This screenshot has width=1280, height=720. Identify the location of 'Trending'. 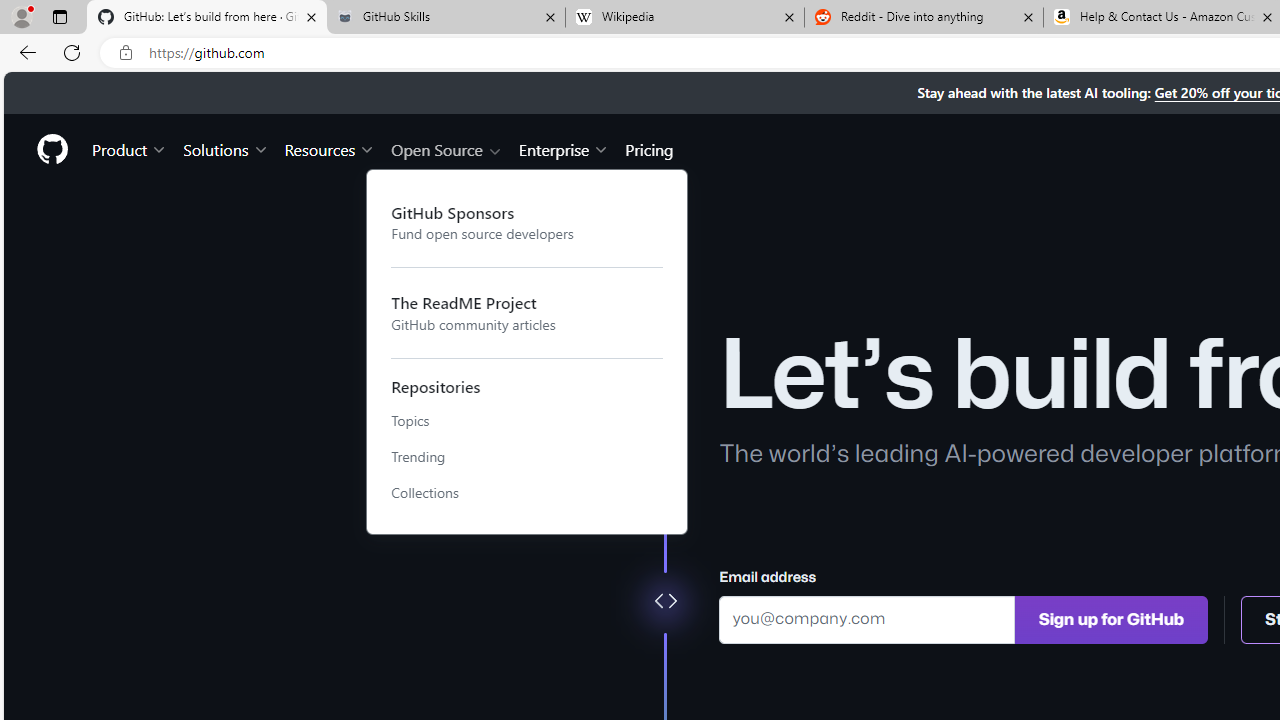
(527, 457).